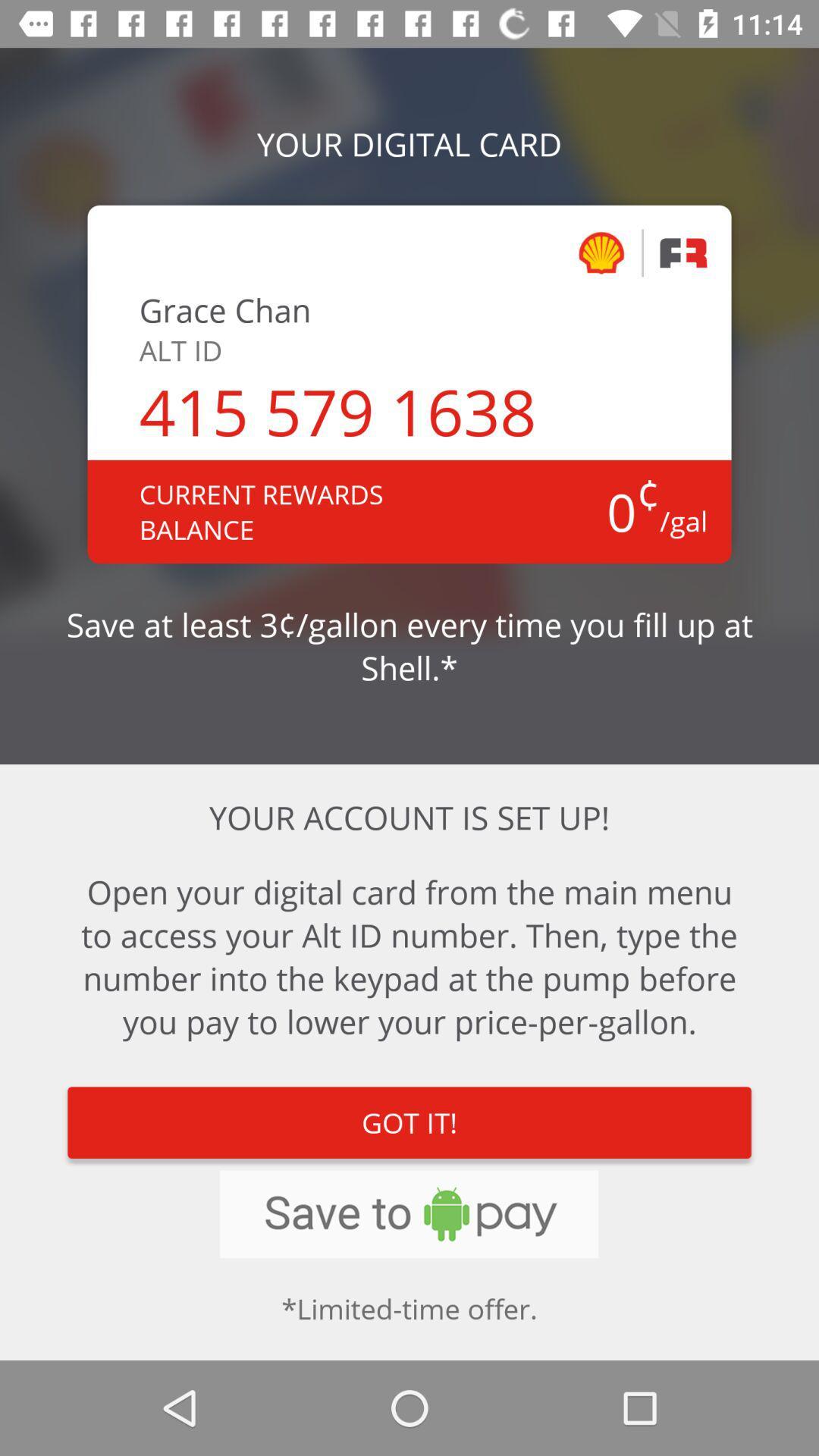 This screenshot has height=1456, width=819. I want to click on item below open your digital icon, so click(409, 1122).